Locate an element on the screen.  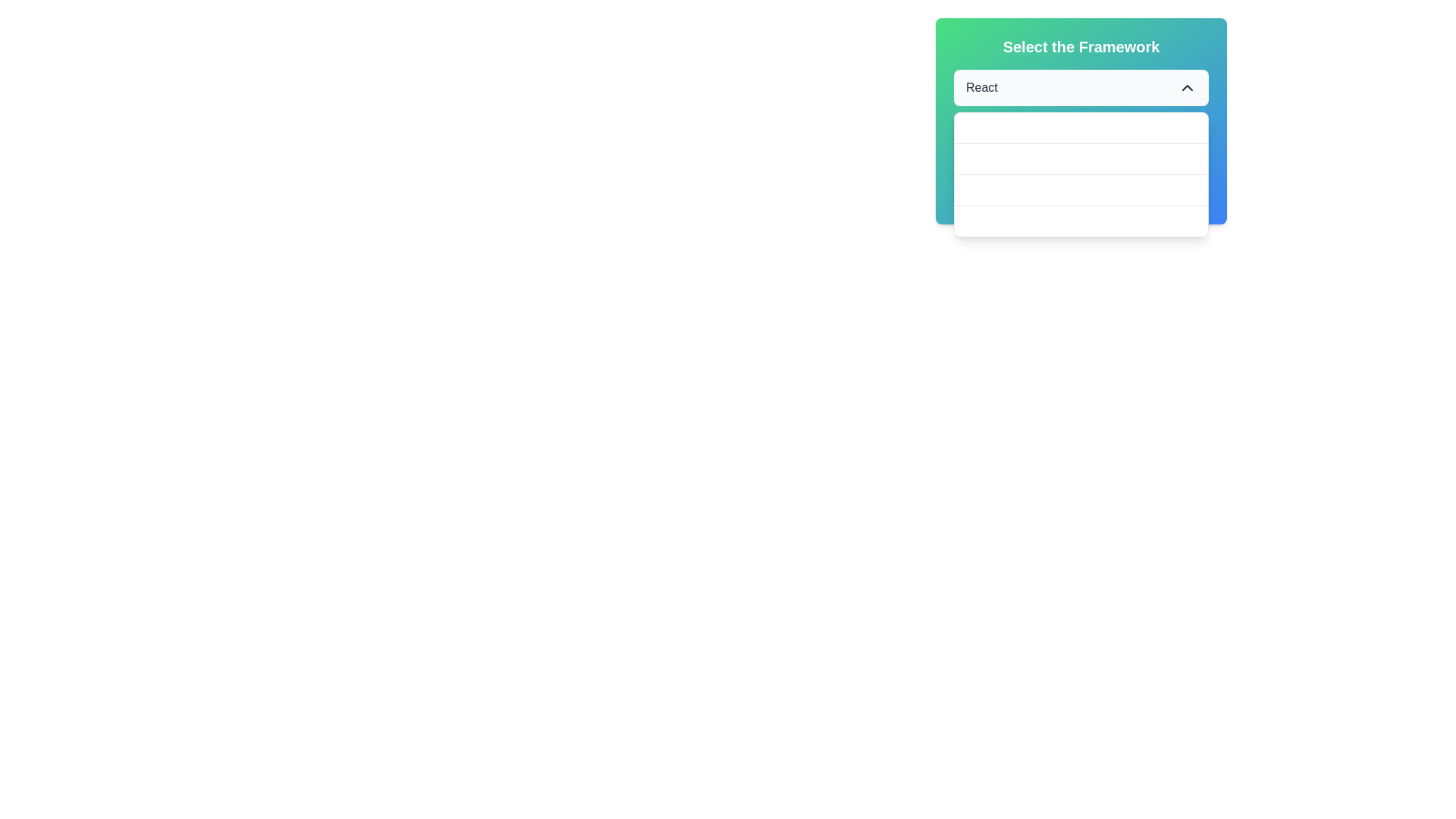
the third item in the dropdown menu is located at coordinates (1080, 190).